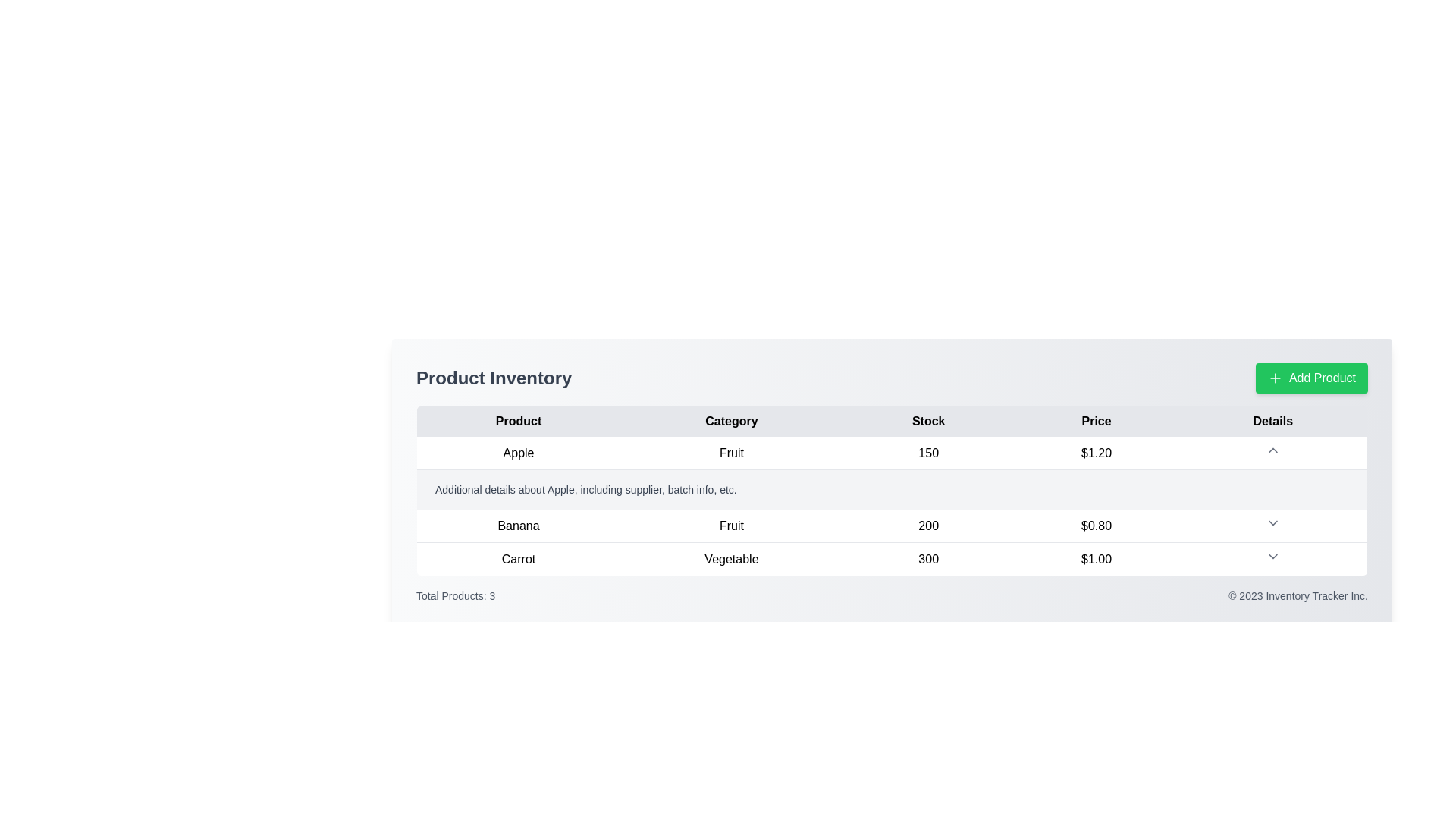 The height and width of the screenshot is (819, 1456). I want to click on the text label displaying 'Carrot' in bold black font, which is the first element in the product data table, so click(518, 559).